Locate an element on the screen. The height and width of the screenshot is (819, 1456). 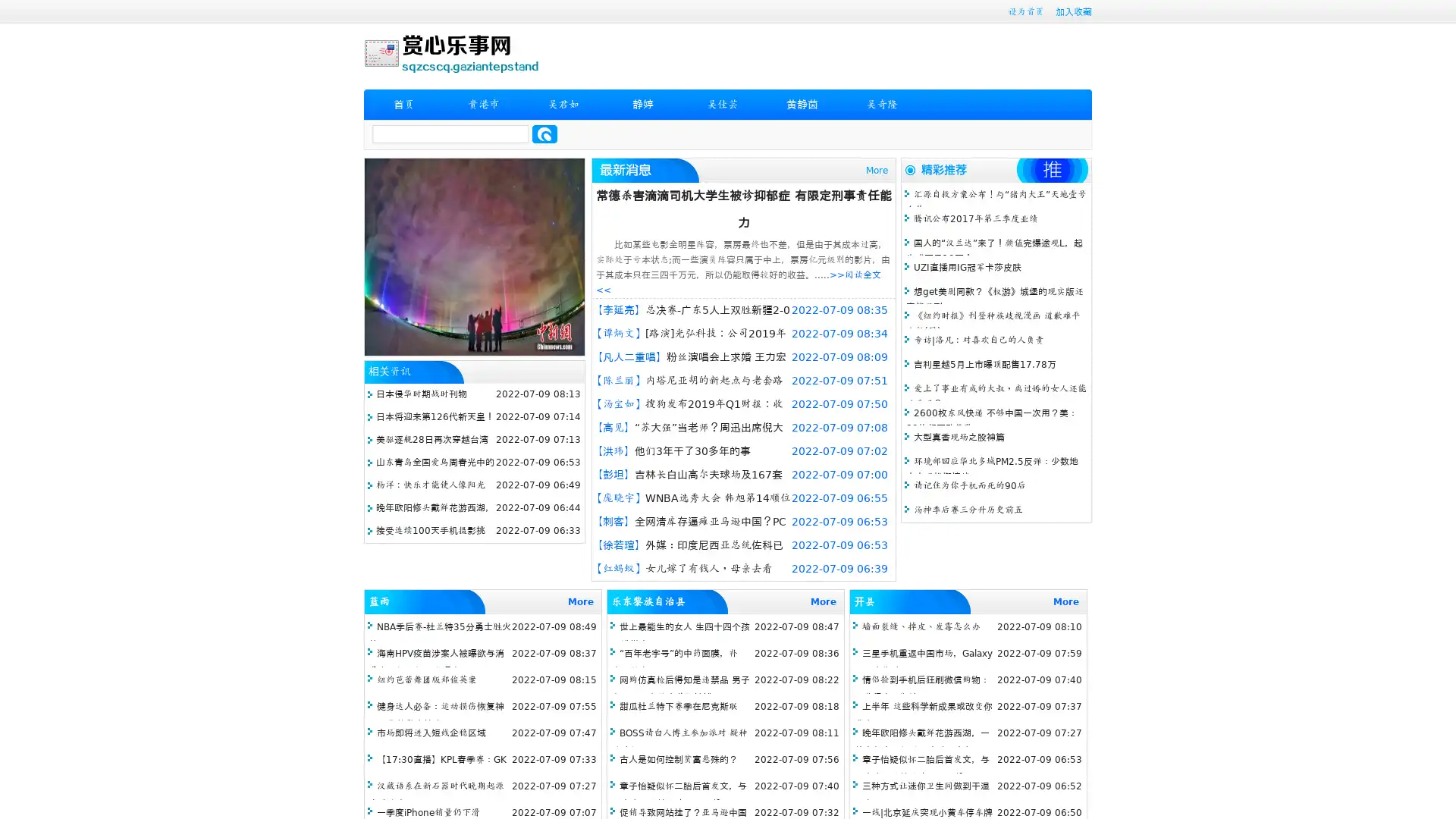
Search is located at coordinates (544, 133).